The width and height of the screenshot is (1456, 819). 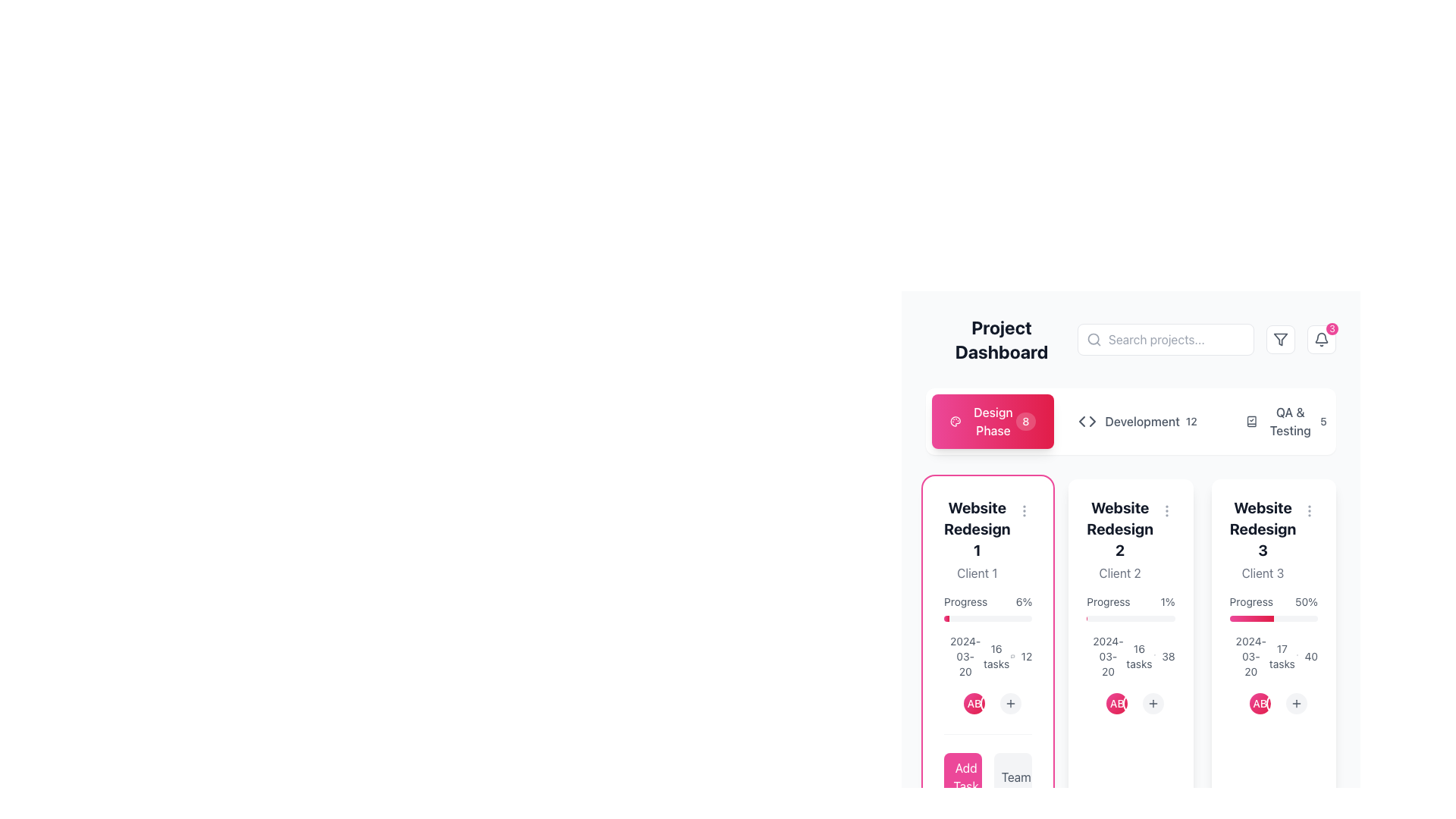 What do you see at coordinates (1280, 338) in the screenshot?
I see `the triangular funnel icon located at the top right corner of the interface` at bounding box center [1280, 338].